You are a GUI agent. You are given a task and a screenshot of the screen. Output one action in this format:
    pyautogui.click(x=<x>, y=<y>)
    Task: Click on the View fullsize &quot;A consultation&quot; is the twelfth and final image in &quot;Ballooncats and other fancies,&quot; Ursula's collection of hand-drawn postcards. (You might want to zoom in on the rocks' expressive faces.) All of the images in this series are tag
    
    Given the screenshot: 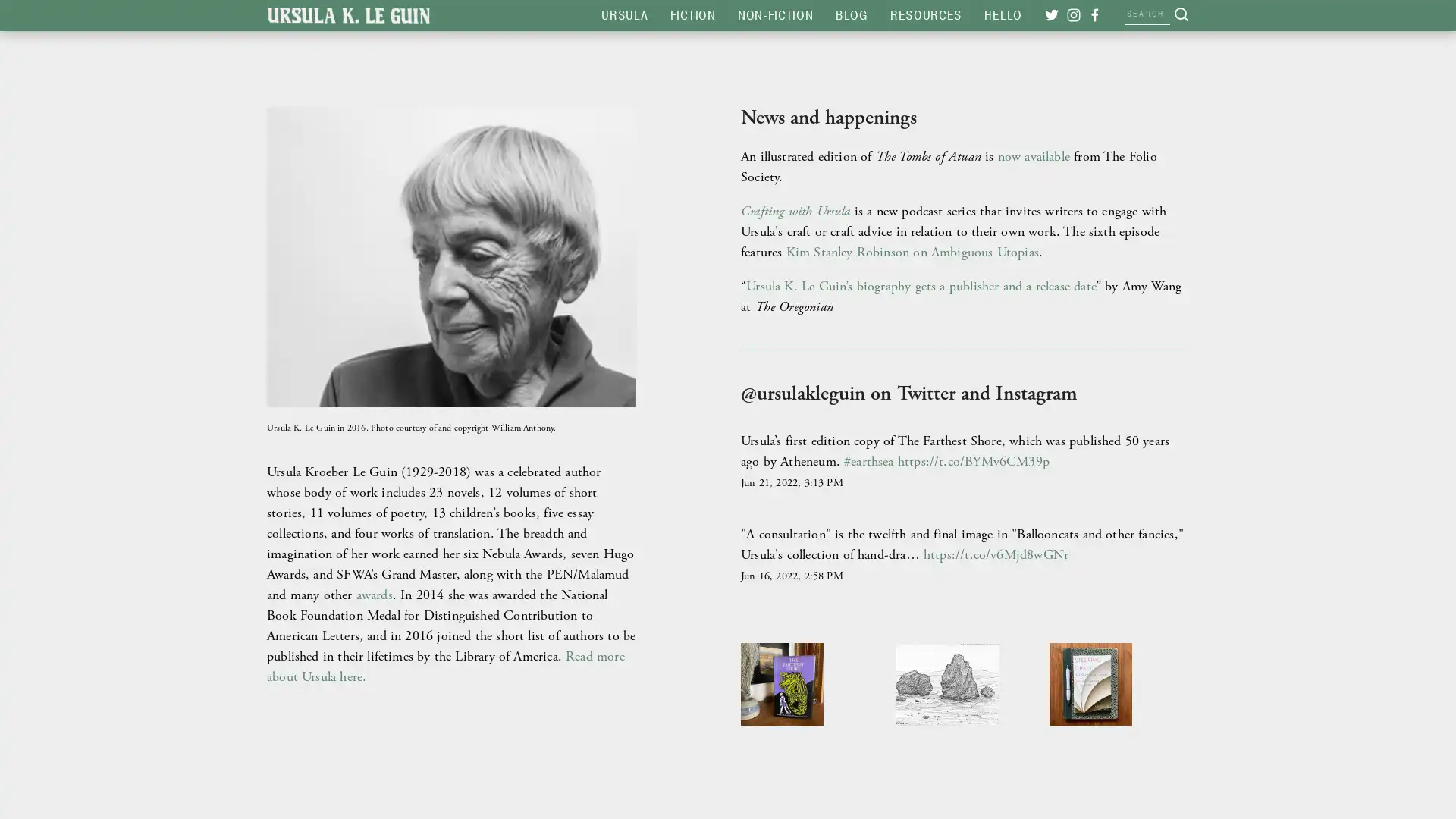 What is the action you would take?
    pyautogui.click(x=964, y=711)
    